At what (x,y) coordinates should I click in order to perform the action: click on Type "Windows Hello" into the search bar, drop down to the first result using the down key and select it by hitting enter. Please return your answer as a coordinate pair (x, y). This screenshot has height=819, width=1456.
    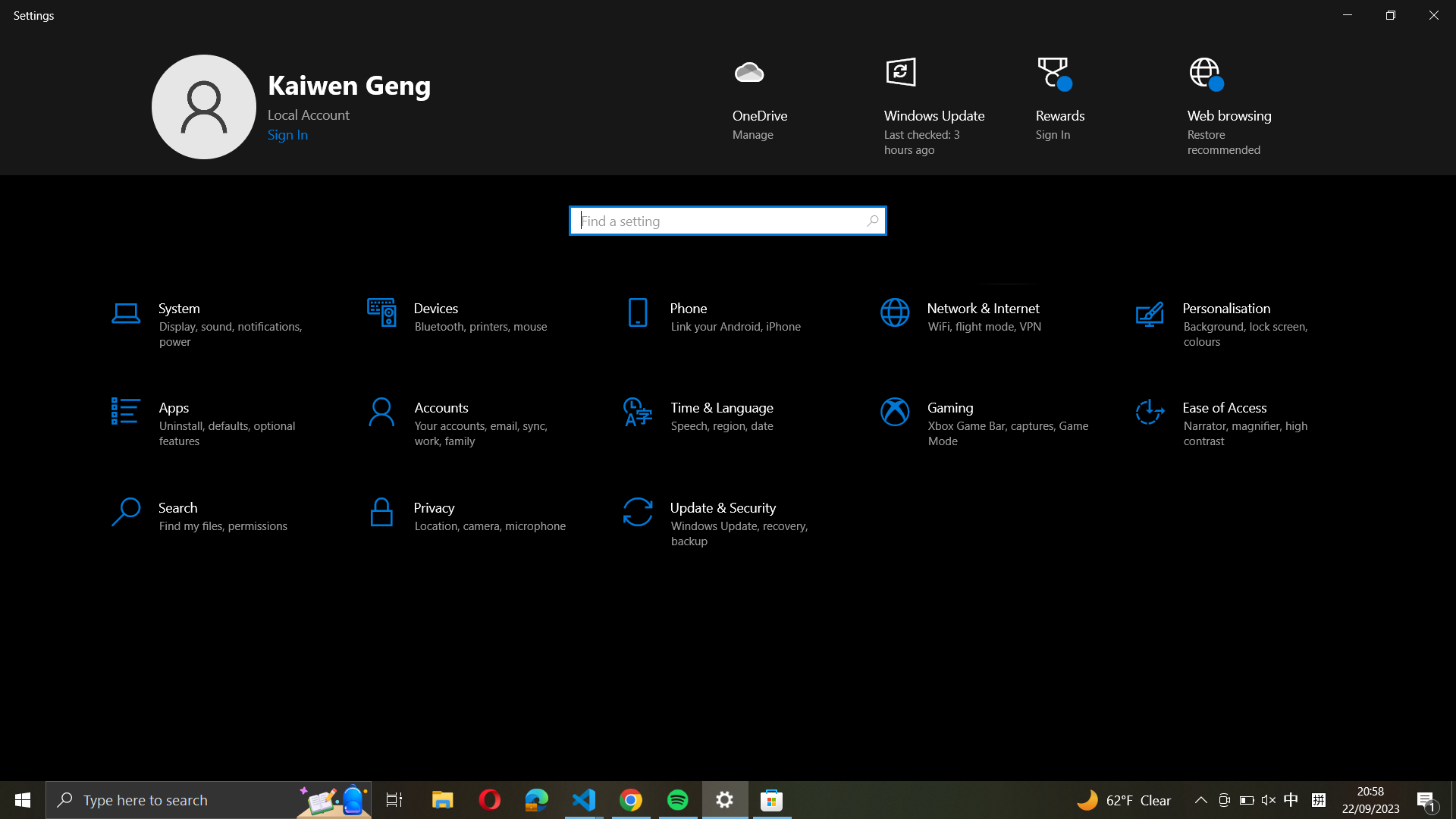
    Looking at the image, I should click on (726, 219).